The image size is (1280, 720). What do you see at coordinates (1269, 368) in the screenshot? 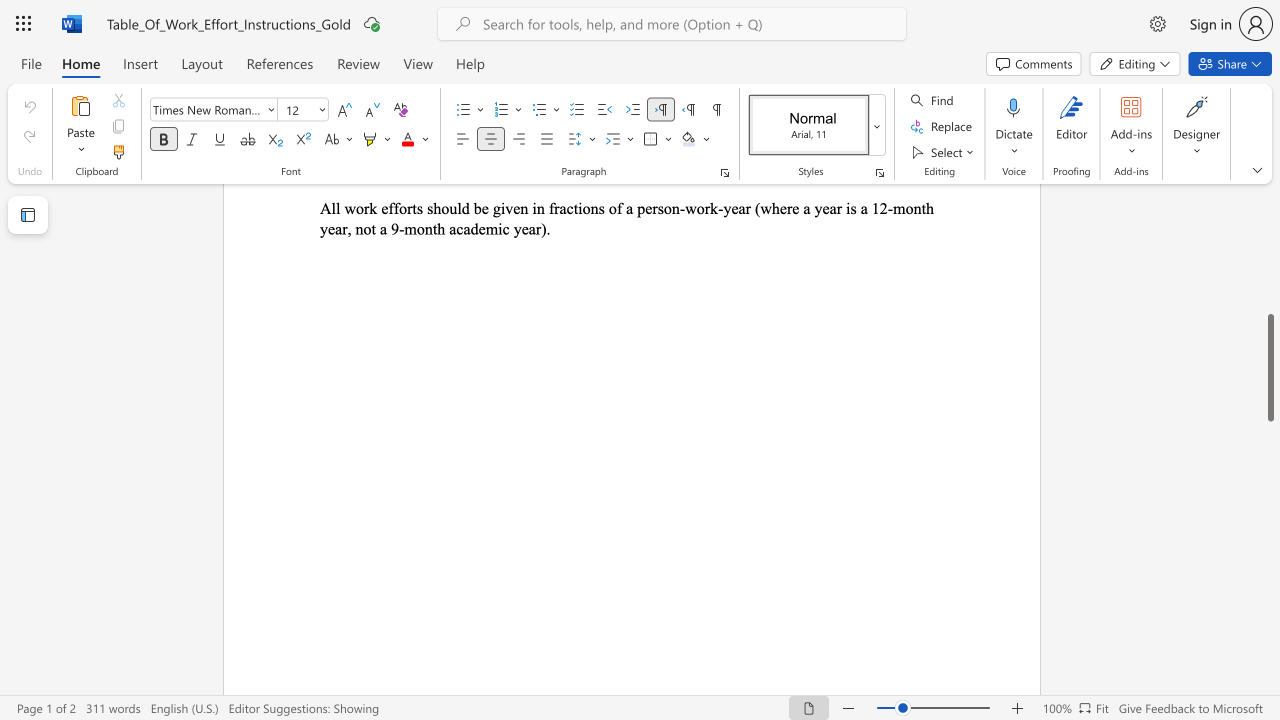
I see `the scrollbar and move down 430 pixels` at bounding box center [1269, 368].